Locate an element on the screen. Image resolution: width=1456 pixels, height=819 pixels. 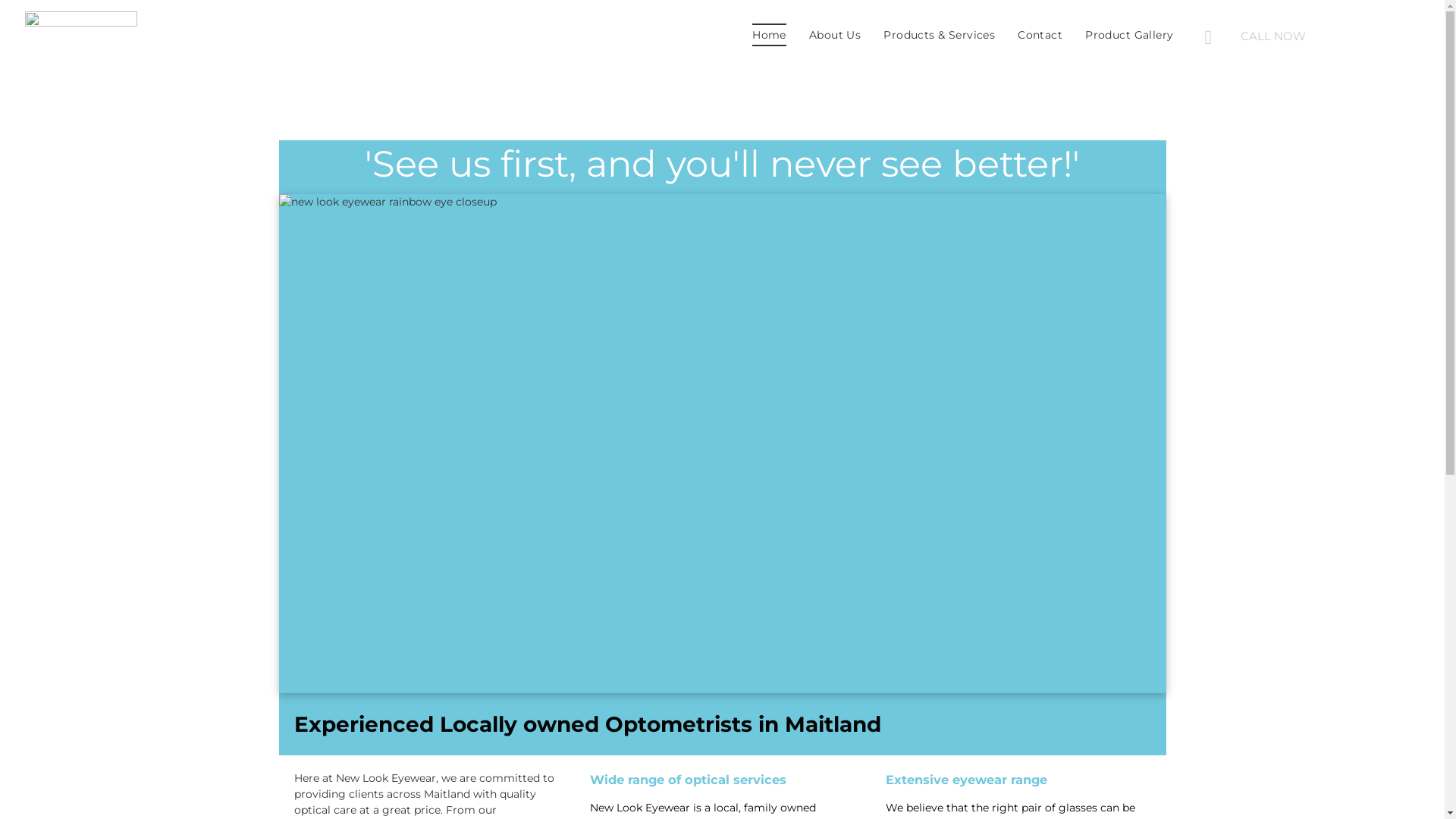
'About Us' is located at coordinates (796, 34).